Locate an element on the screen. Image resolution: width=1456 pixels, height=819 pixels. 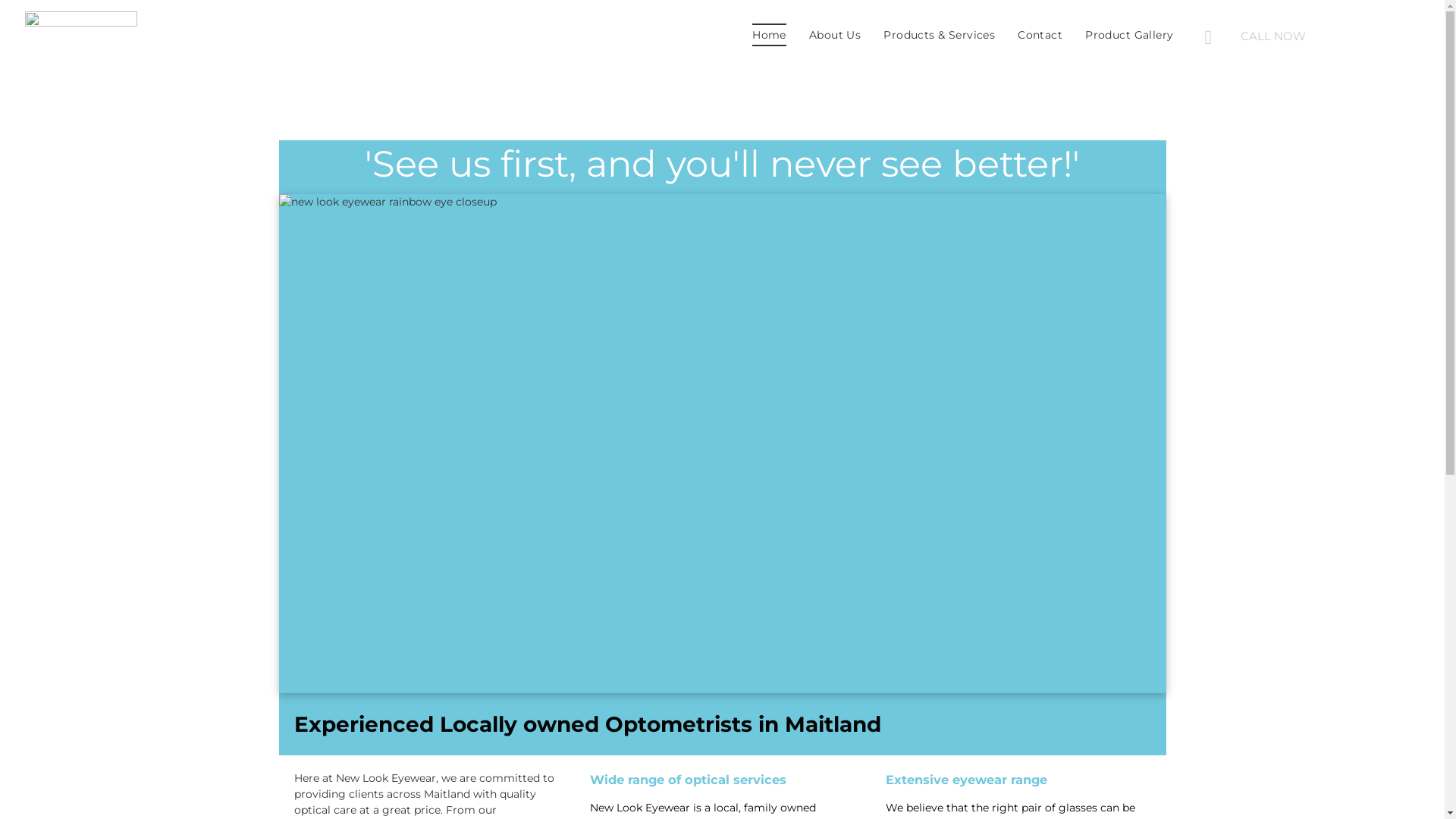
'About Us' is located at coordinates (796, 34).